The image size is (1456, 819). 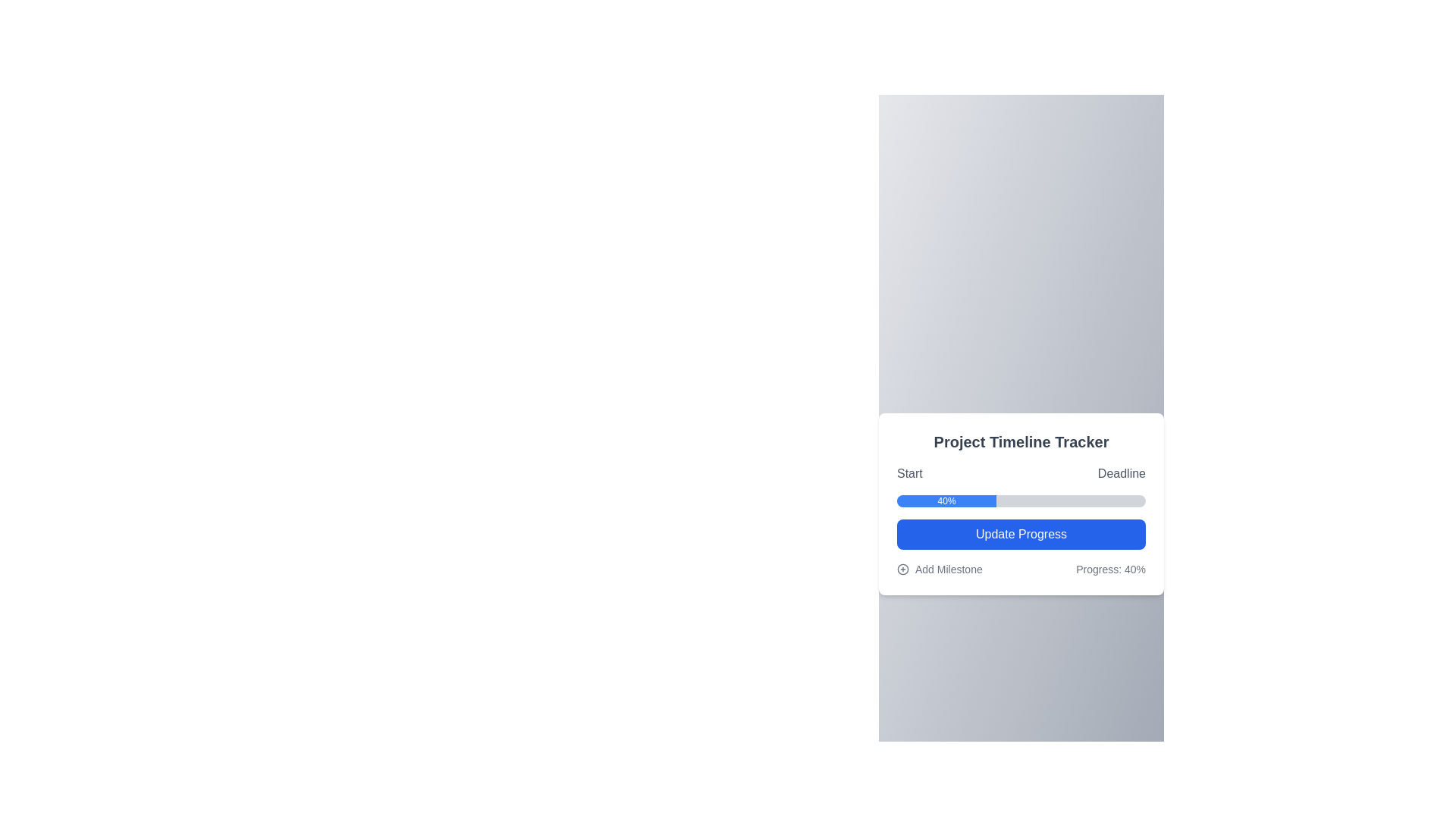 What do you see at coordinates (902, 570) in the screenshot?
I see `the Circular SVG graphic element that represents adding a milestone in the project timeline, adjacent to the 'Add Milestone' text` at bounding box center [902, 570].